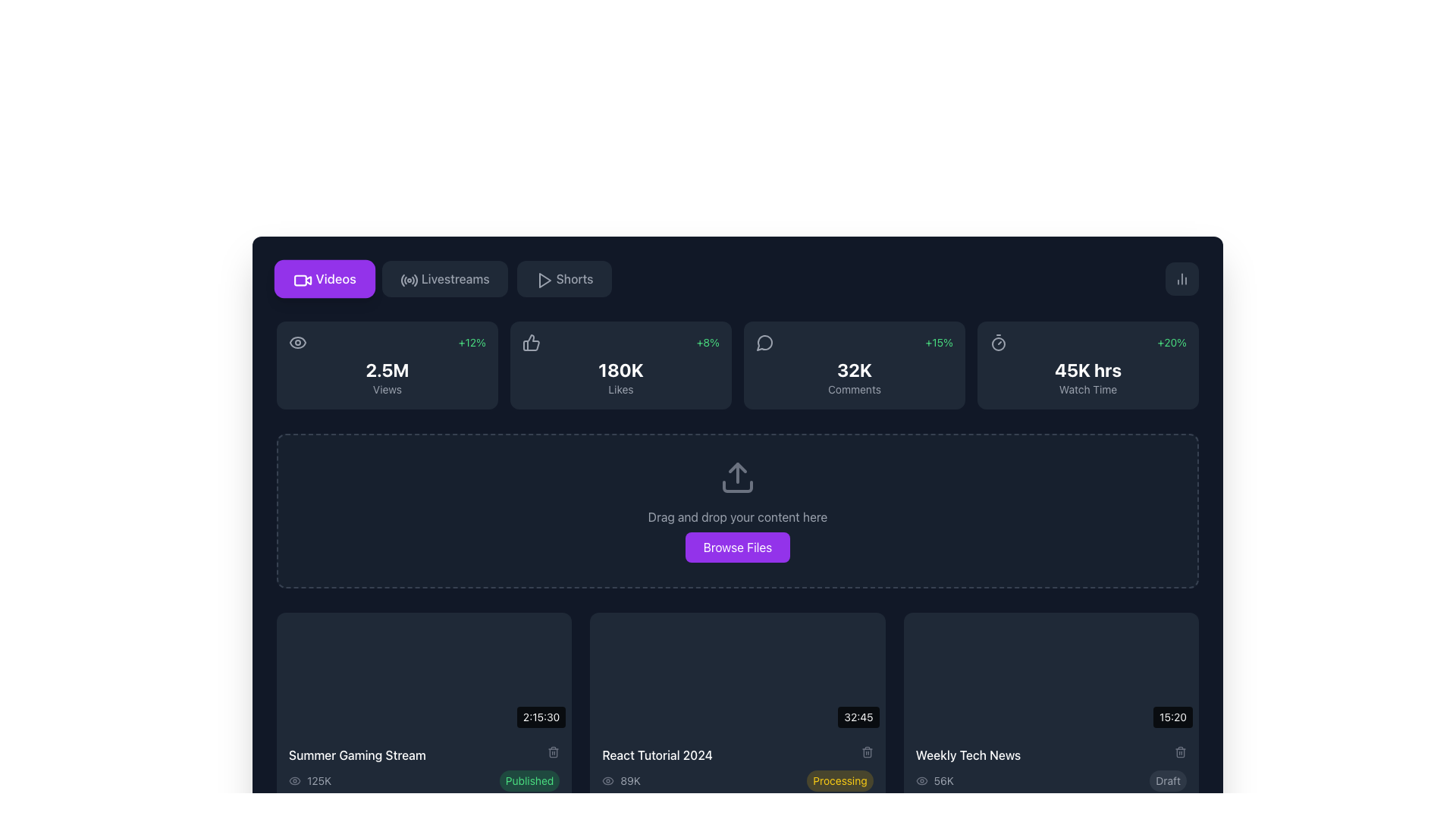 The image size is (1456, 819). I want to click on the informational card displaying statistics about comments, which shows a total of 32K comments and a growth rate of +15%. It is the third section in a grid layout below the 'Videos' tab, so click(855, 366).